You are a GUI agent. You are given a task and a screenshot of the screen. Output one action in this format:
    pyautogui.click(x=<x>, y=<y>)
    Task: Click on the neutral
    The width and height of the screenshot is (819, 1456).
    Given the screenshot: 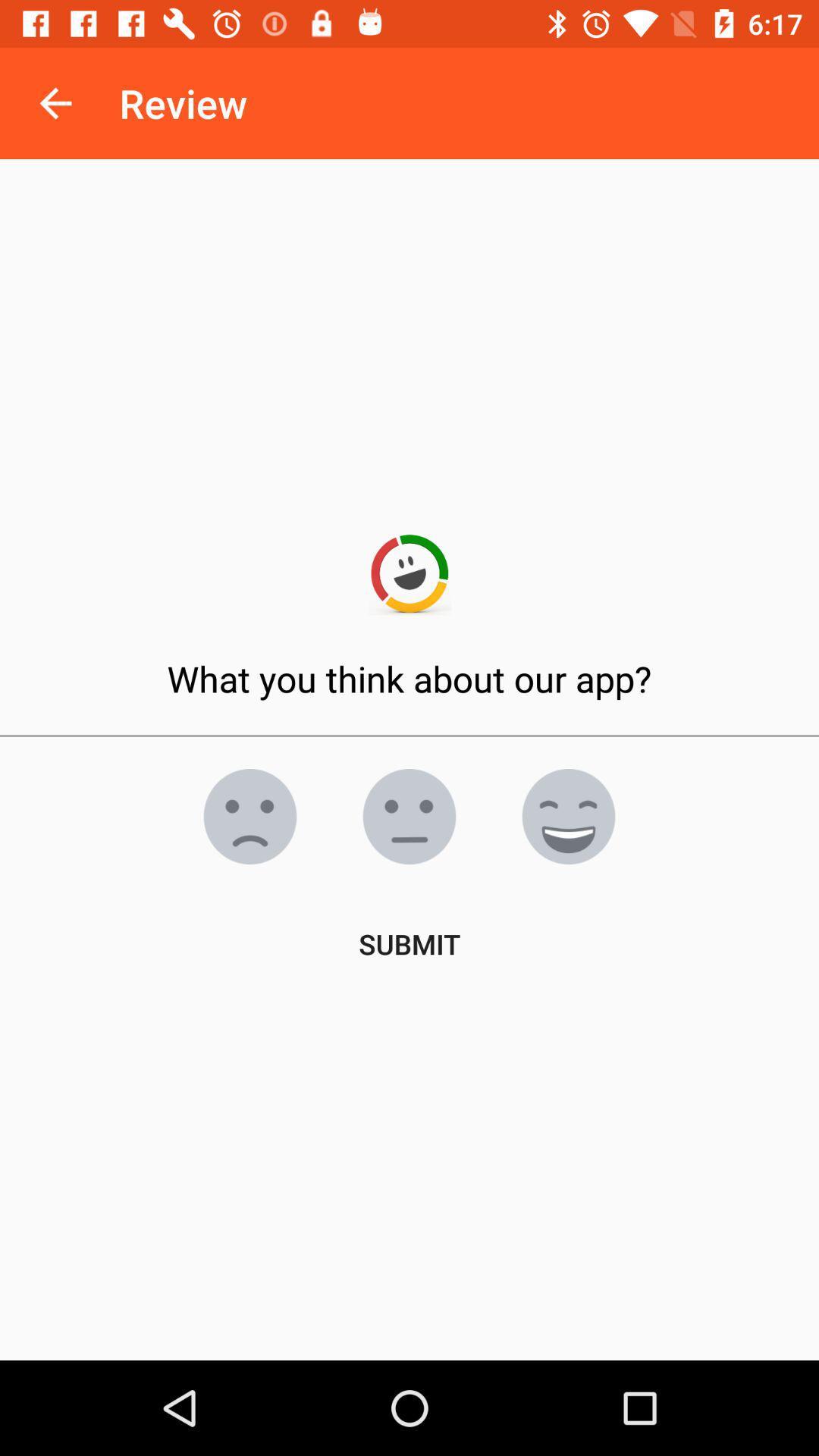 What is the action you would take?
    pyautogui.click(x=409, y=815)
    